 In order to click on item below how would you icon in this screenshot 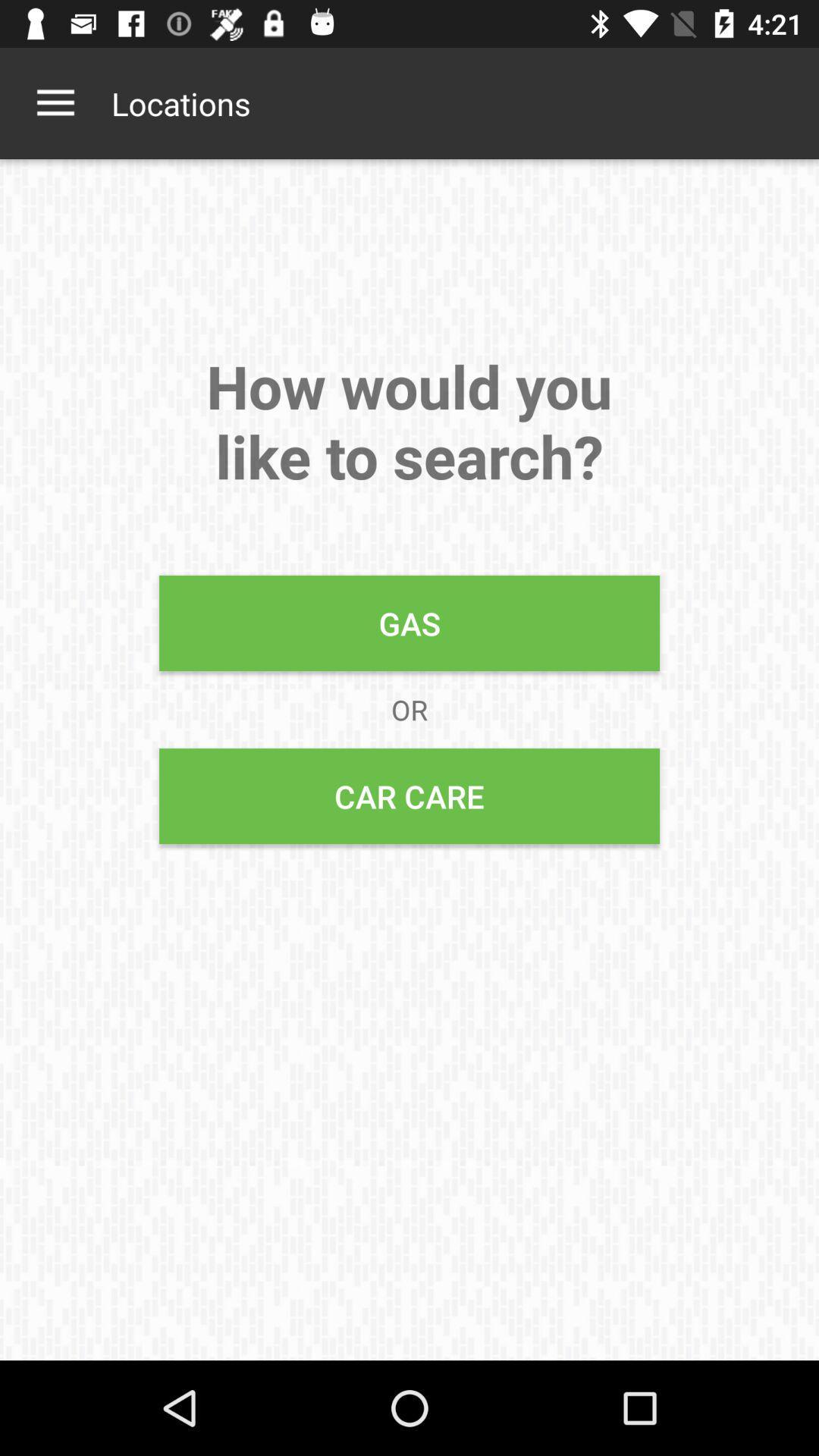, I will do `click(409, 623)`.